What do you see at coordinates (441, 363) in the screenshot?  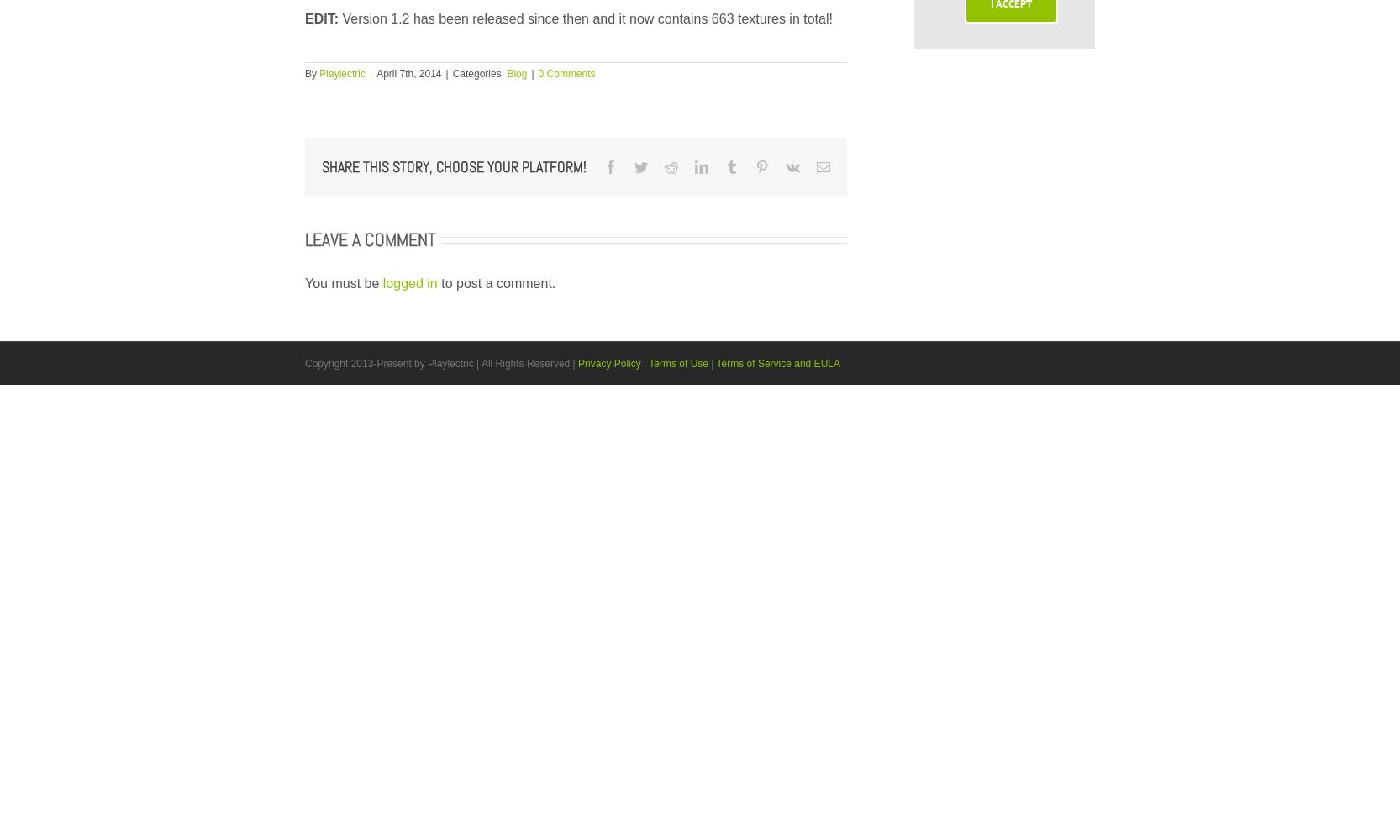 I see `'Copyright 2013-Present by Playlectric | All Rights Reserved |'` at bounding box center [441, 363].